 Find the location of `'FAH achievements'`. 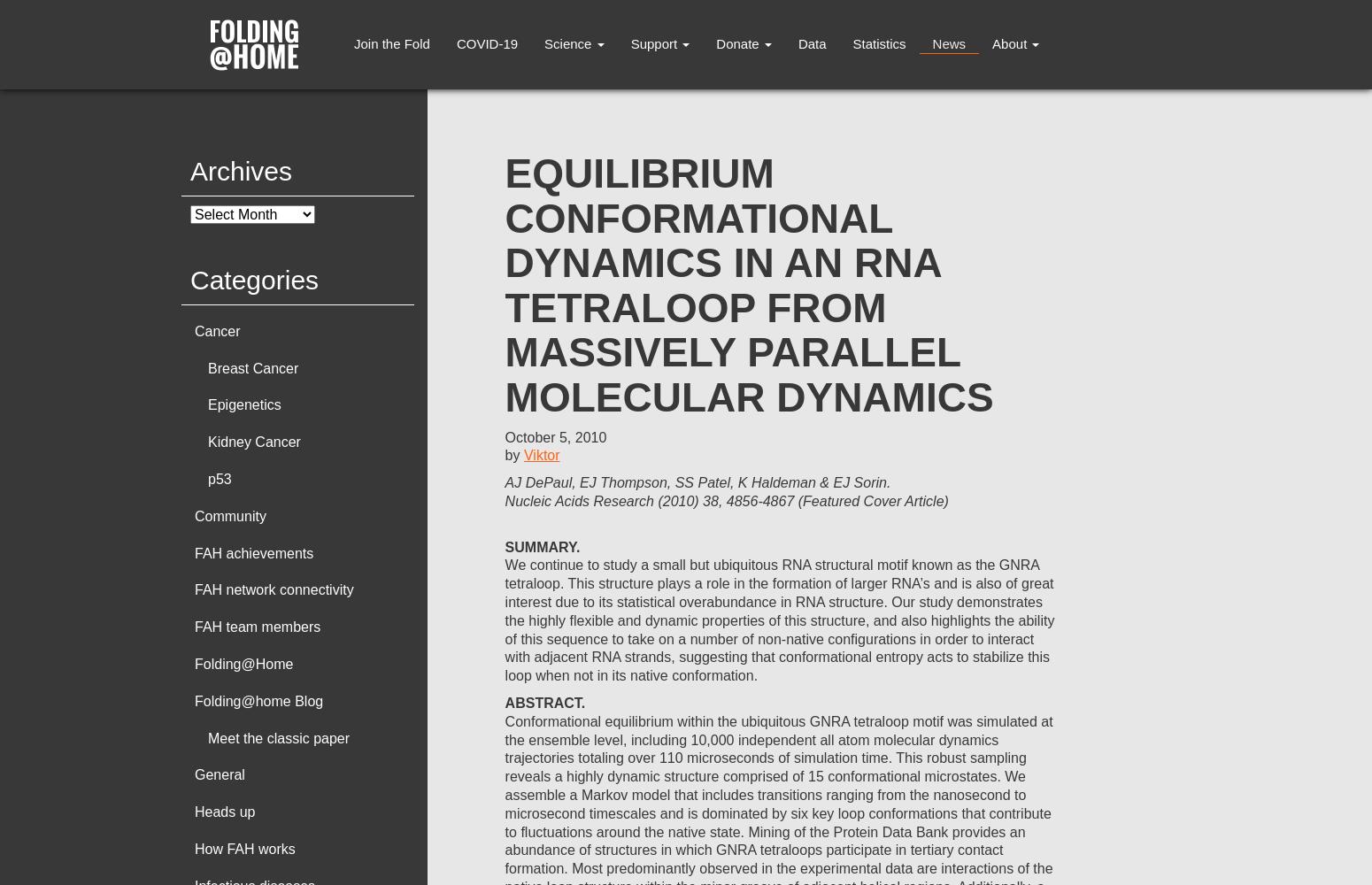

'FAH achievements' is located at coordinates (193, 551).